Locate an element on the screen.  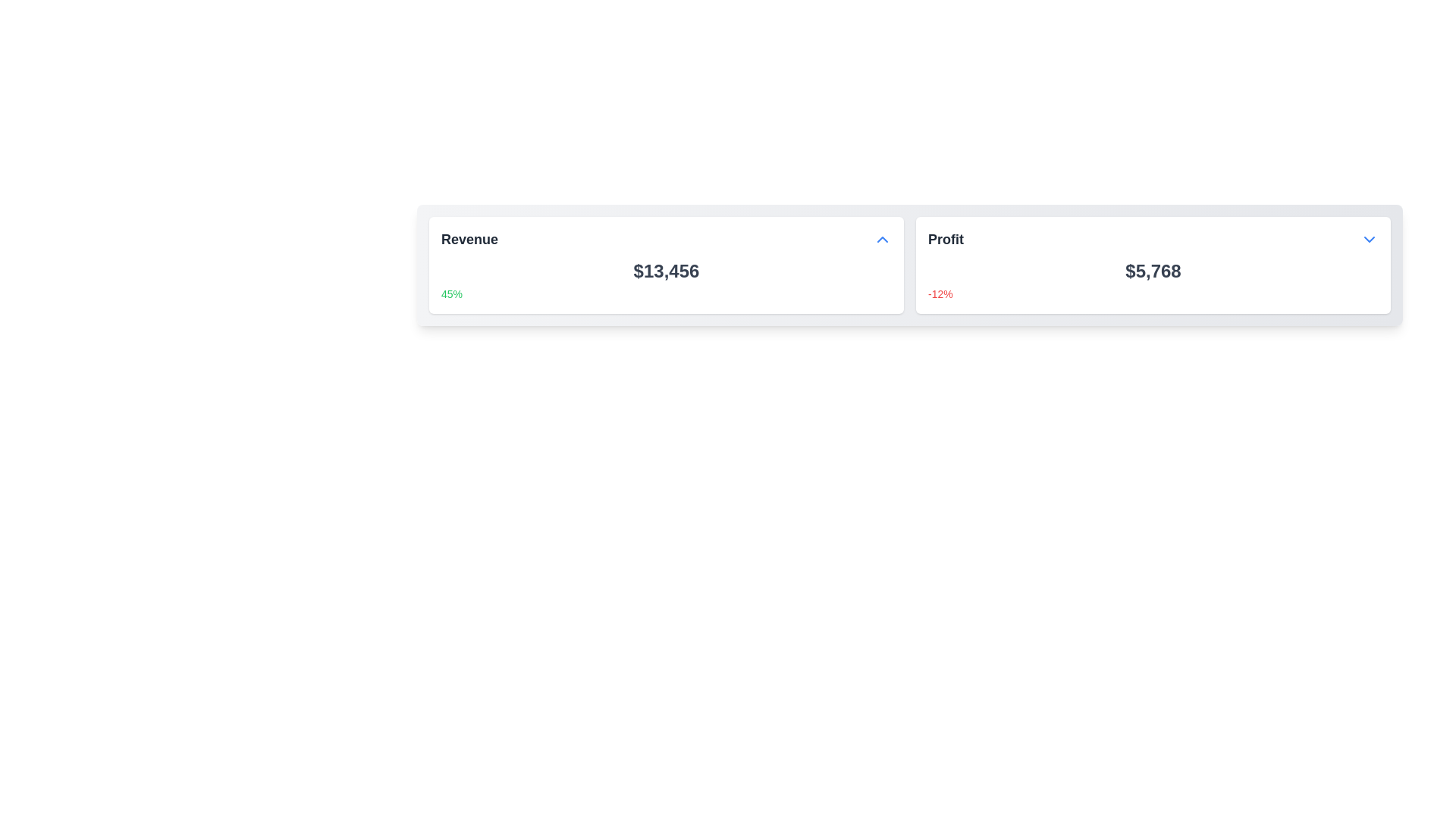
the prominently displayed text '$13,456' which is bold and large, located centrally within the white card labeled 'Revenue' is located at coordinates (666, 271).